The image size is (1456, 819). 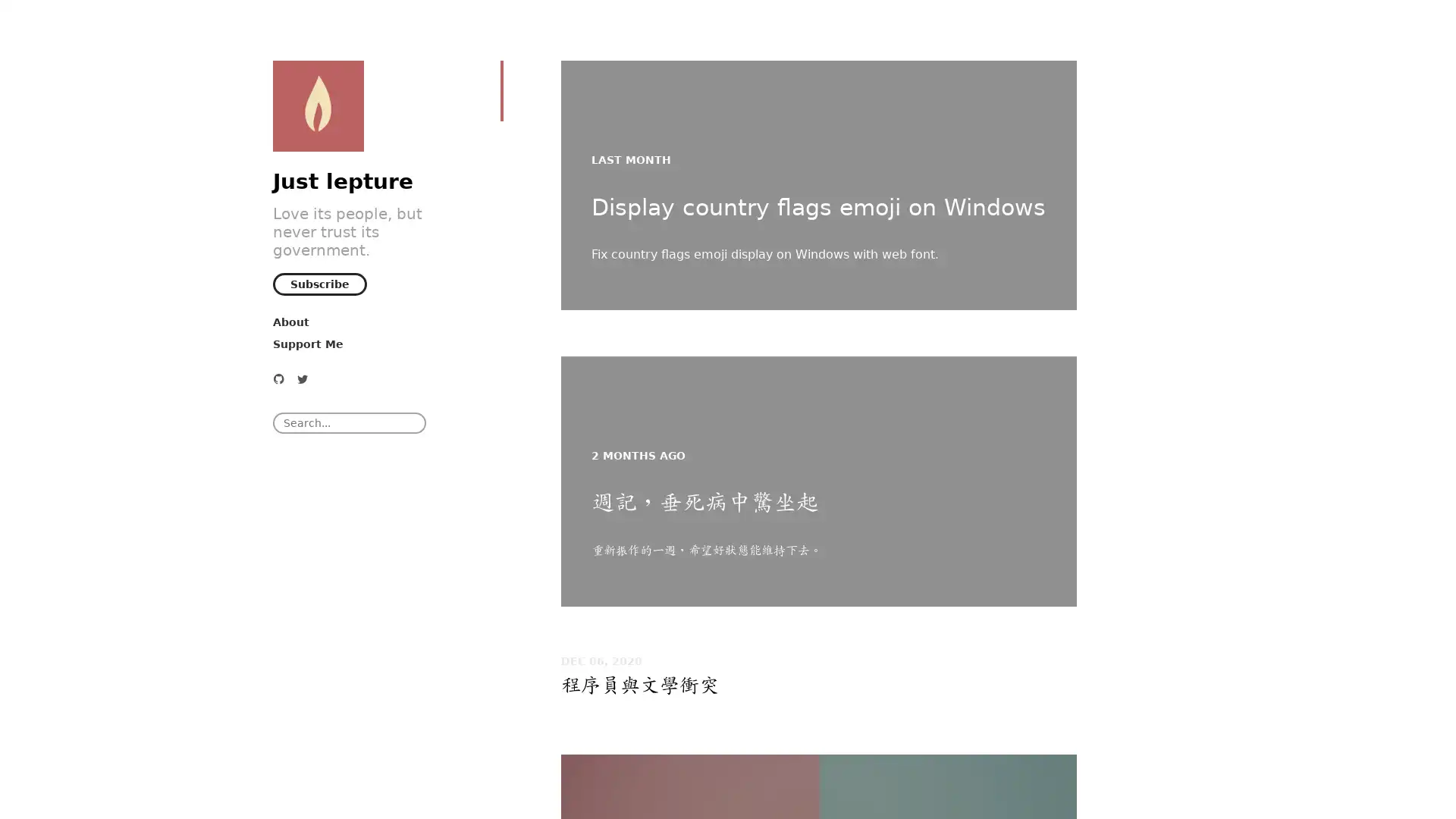 What do you see at coordinates (319, 284) in the screenshot?
I see `Subscribe` at bounding box center [319, 284].